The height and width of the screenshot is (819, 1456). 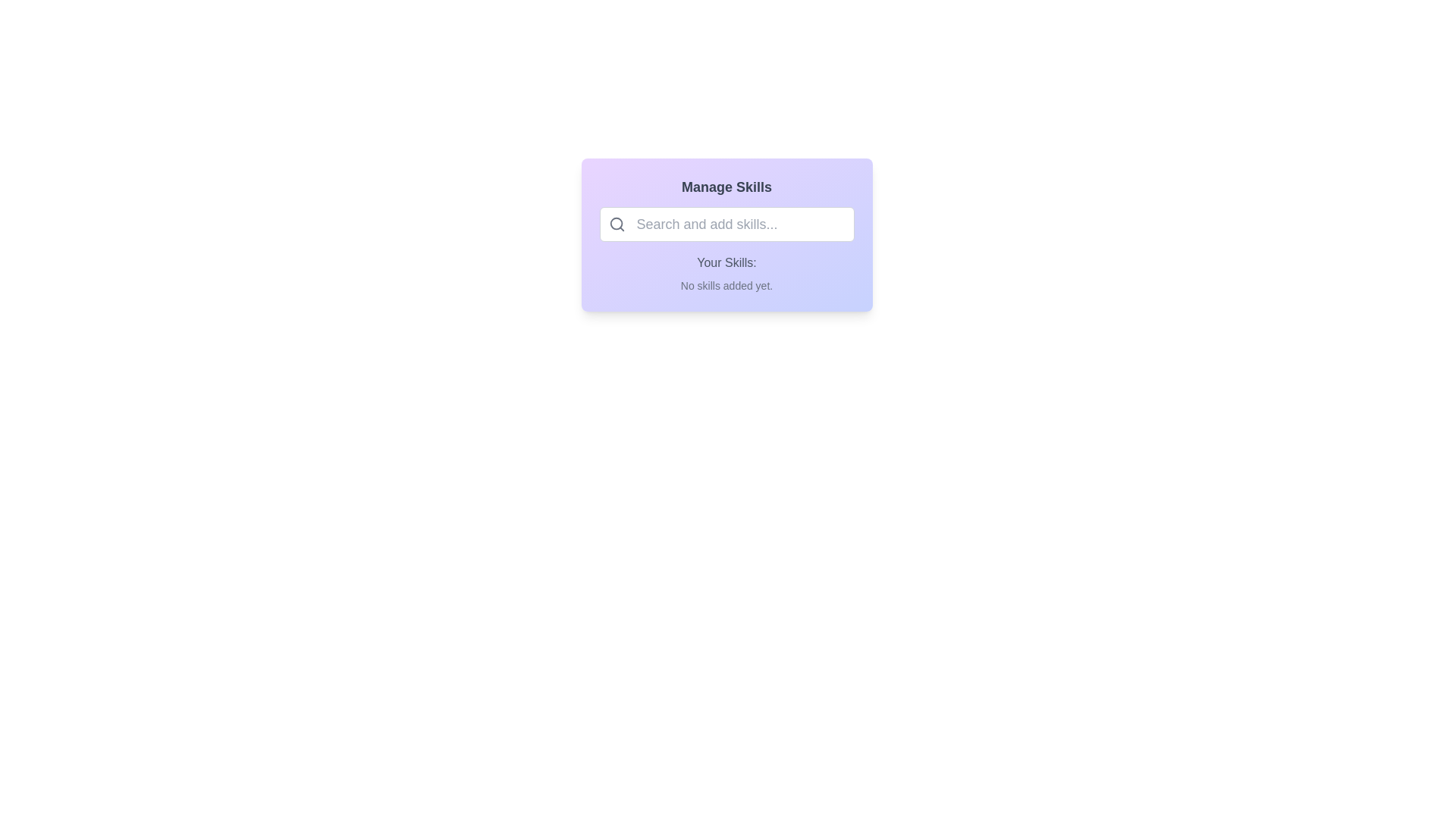 What do you see at coordinates (726, 262) in the screenshot?
I see `the centrally located Text label that indicates the skills listing section, which is above the text 'No skills added yet.'` at bounding box center [726, 262].